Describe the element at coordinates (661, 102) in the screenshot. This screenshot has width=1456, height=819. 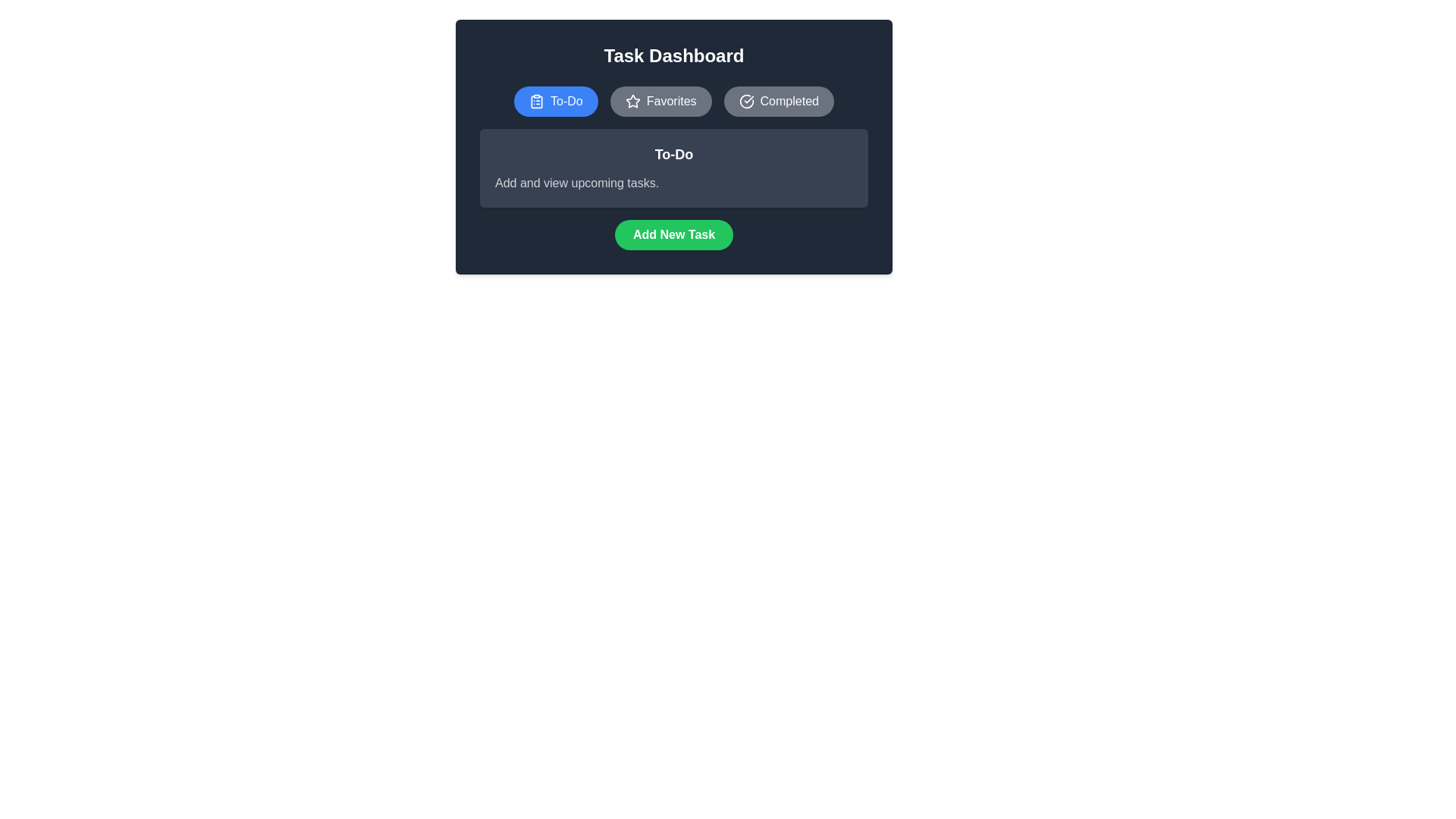
I see `the Favorites tab to view its content` at that location.